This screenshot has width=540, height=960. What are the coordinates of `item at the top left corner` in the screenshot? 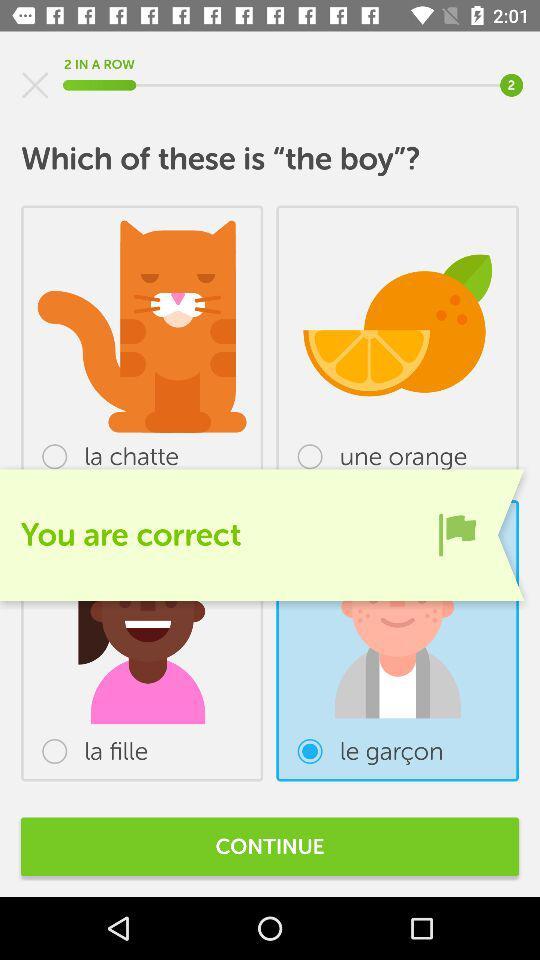 It's located at (35, 85).